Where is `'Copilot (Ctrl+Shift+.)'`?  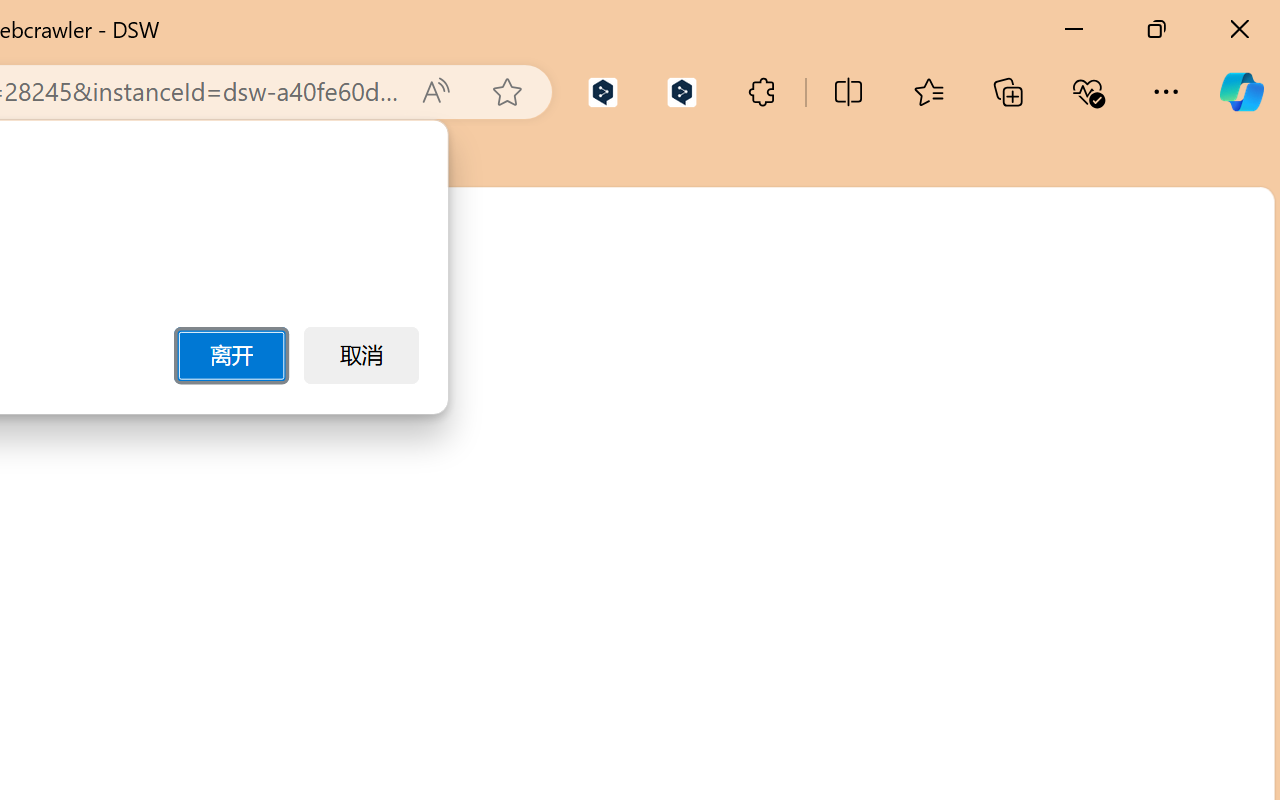
'Copilot (Ctrl+Shift+.)' is located at coordinates (1240, 91).